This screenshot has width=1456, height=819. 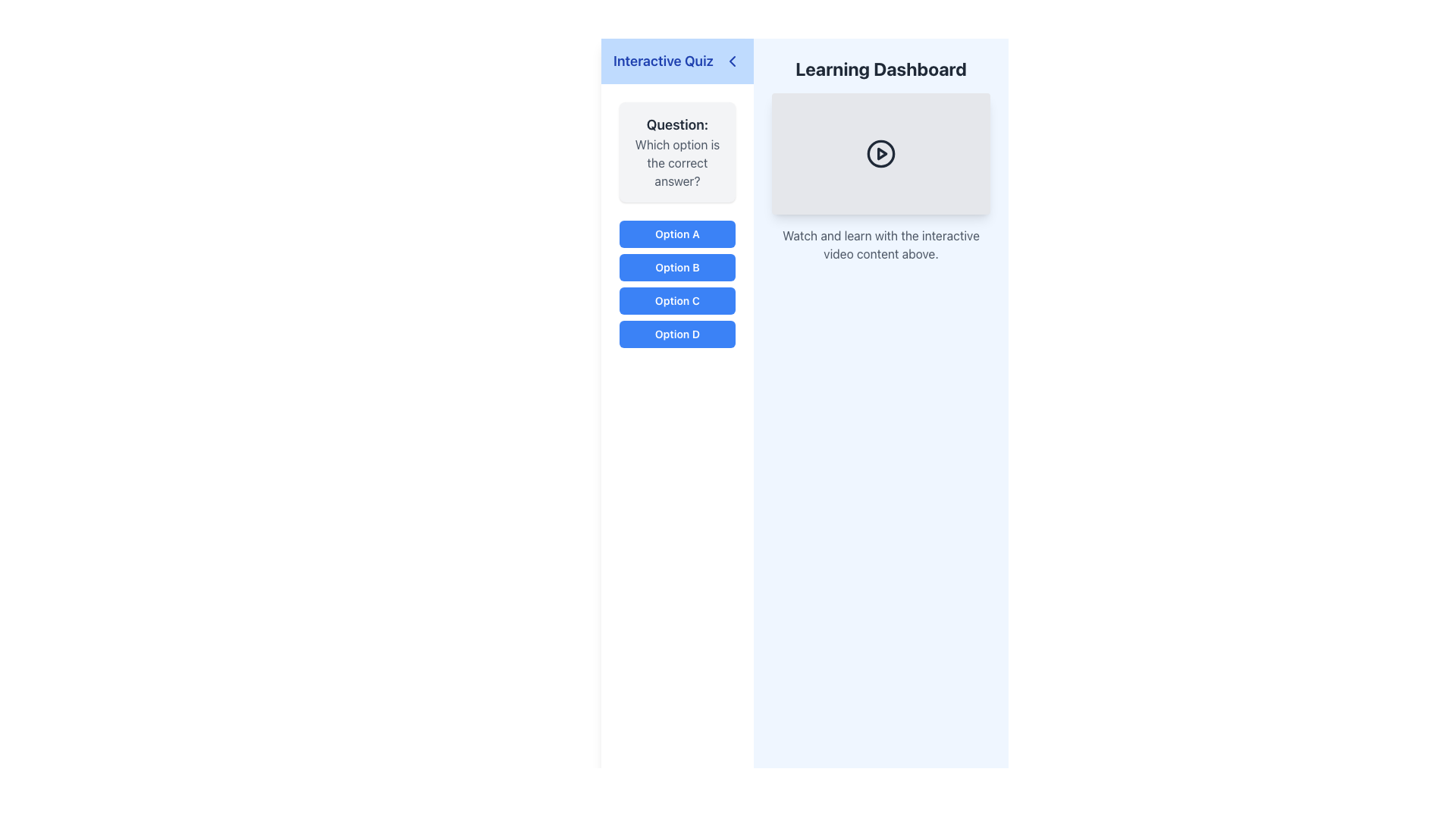 What do you see at coordinates (676, 301) in the screenshot?
I see `the blue rectangular button labeled 'Option C'` at bounding box center [676, 301].